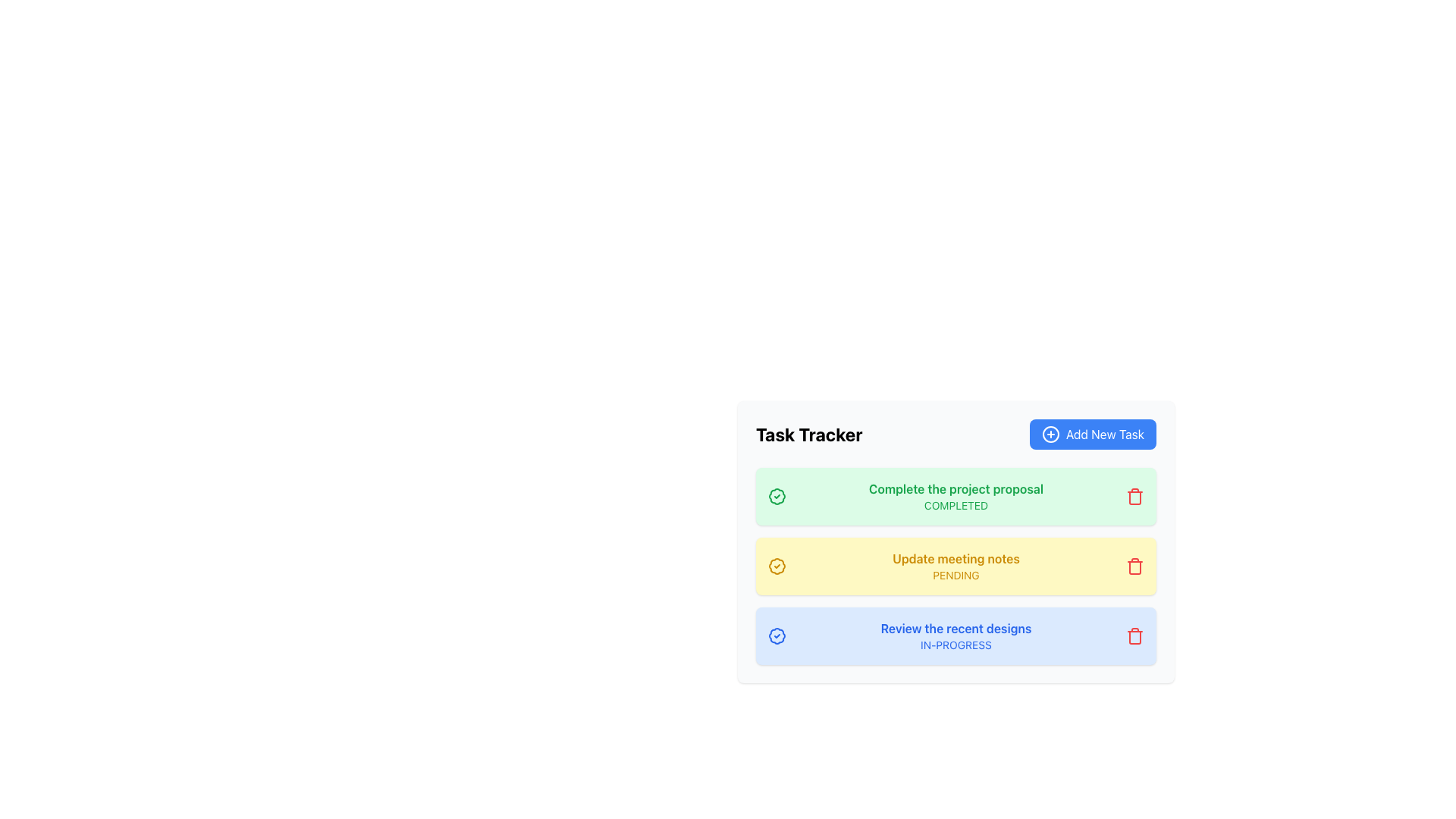 The width and height of the screenshot is (1456, 819). I want to click on the task title 'Update meeting notes' displayed in bold orange letters within the task entry in the 'Task Tracker' list, so click(955, 566).